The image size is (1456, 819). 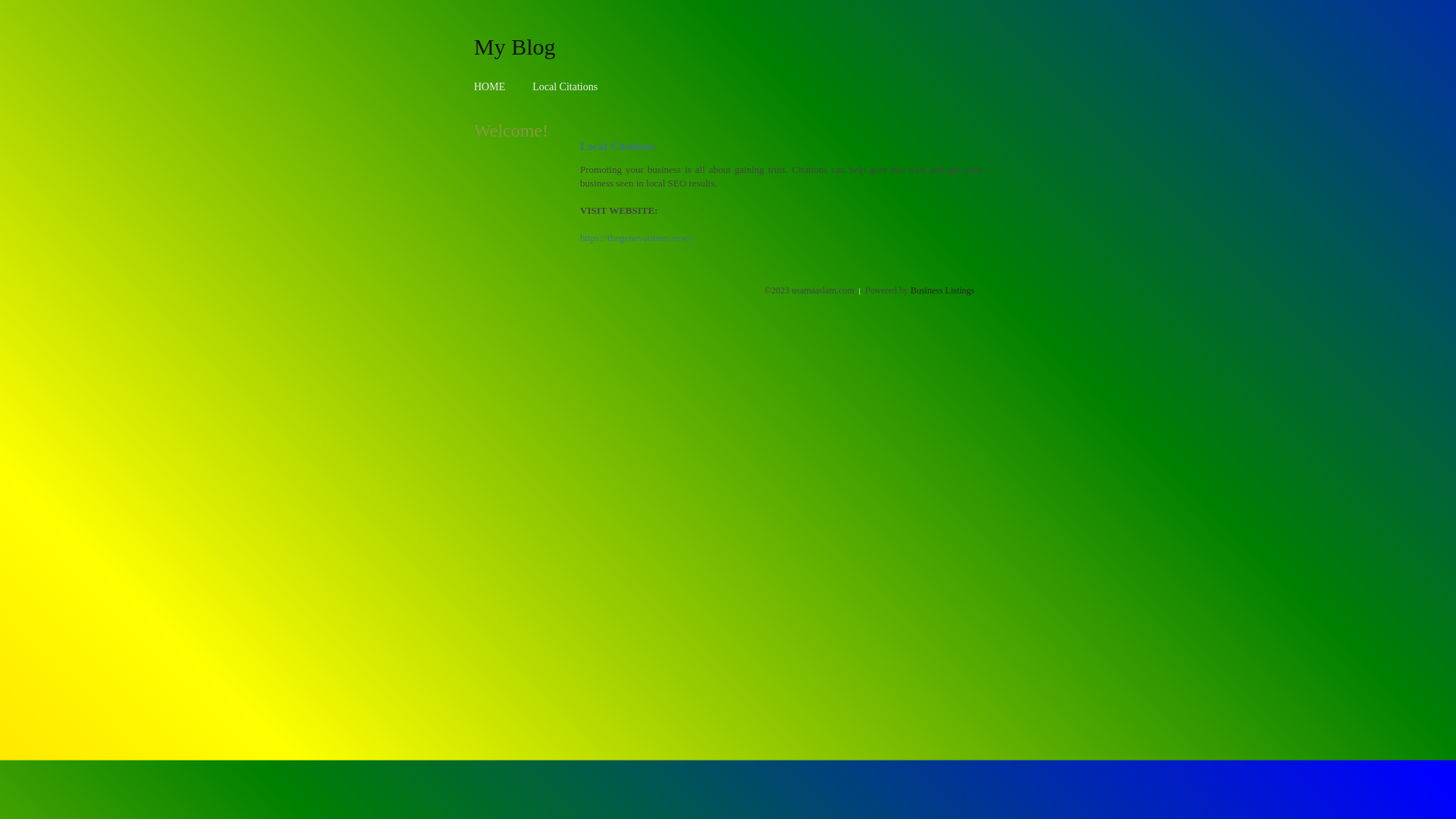 I want to click on 'https://thegenevatimes.news/', so click(x=637, y=237).